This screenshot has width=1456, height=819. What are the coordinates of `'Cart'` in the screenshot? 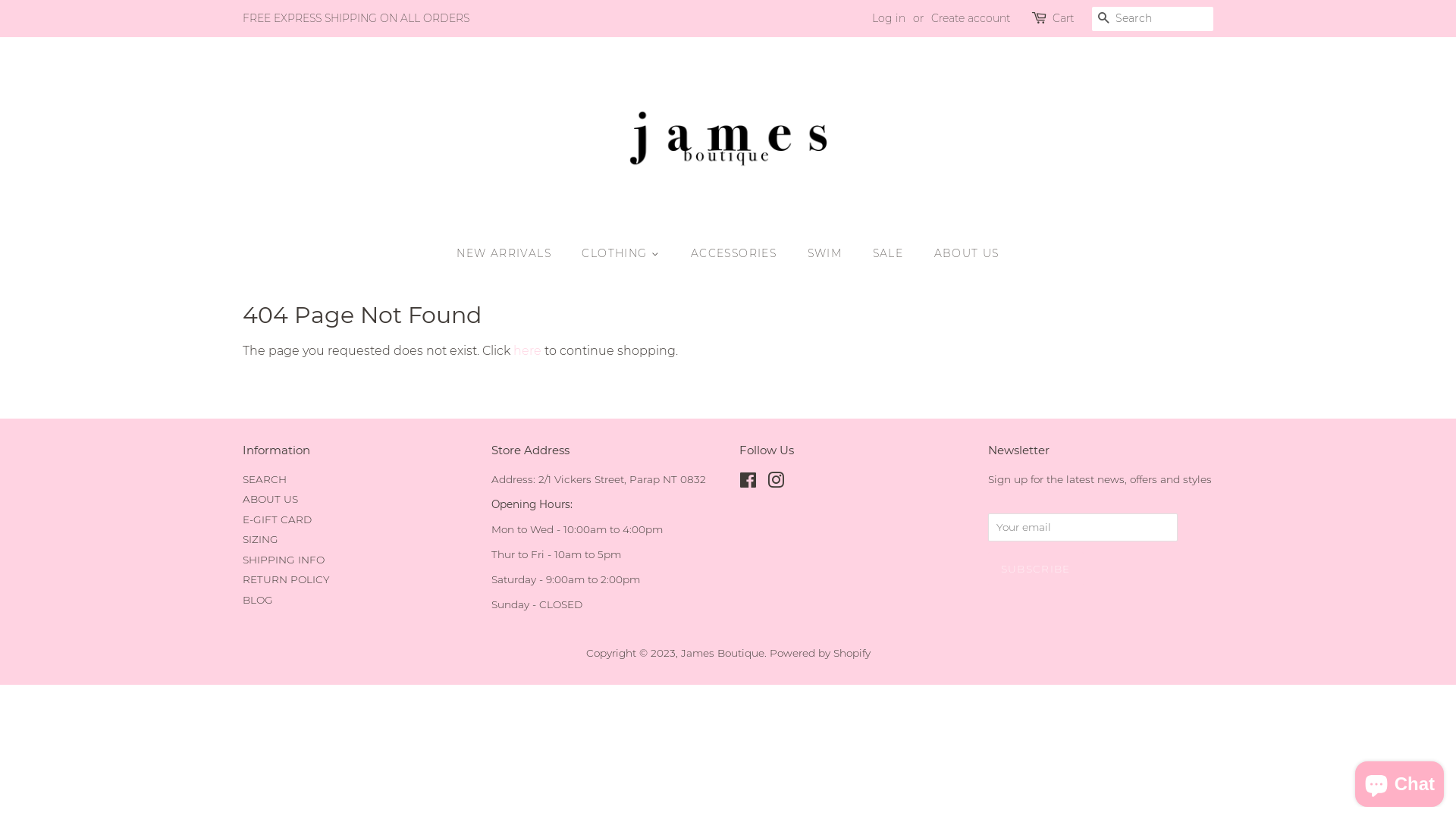 It's located at (1062, 18).